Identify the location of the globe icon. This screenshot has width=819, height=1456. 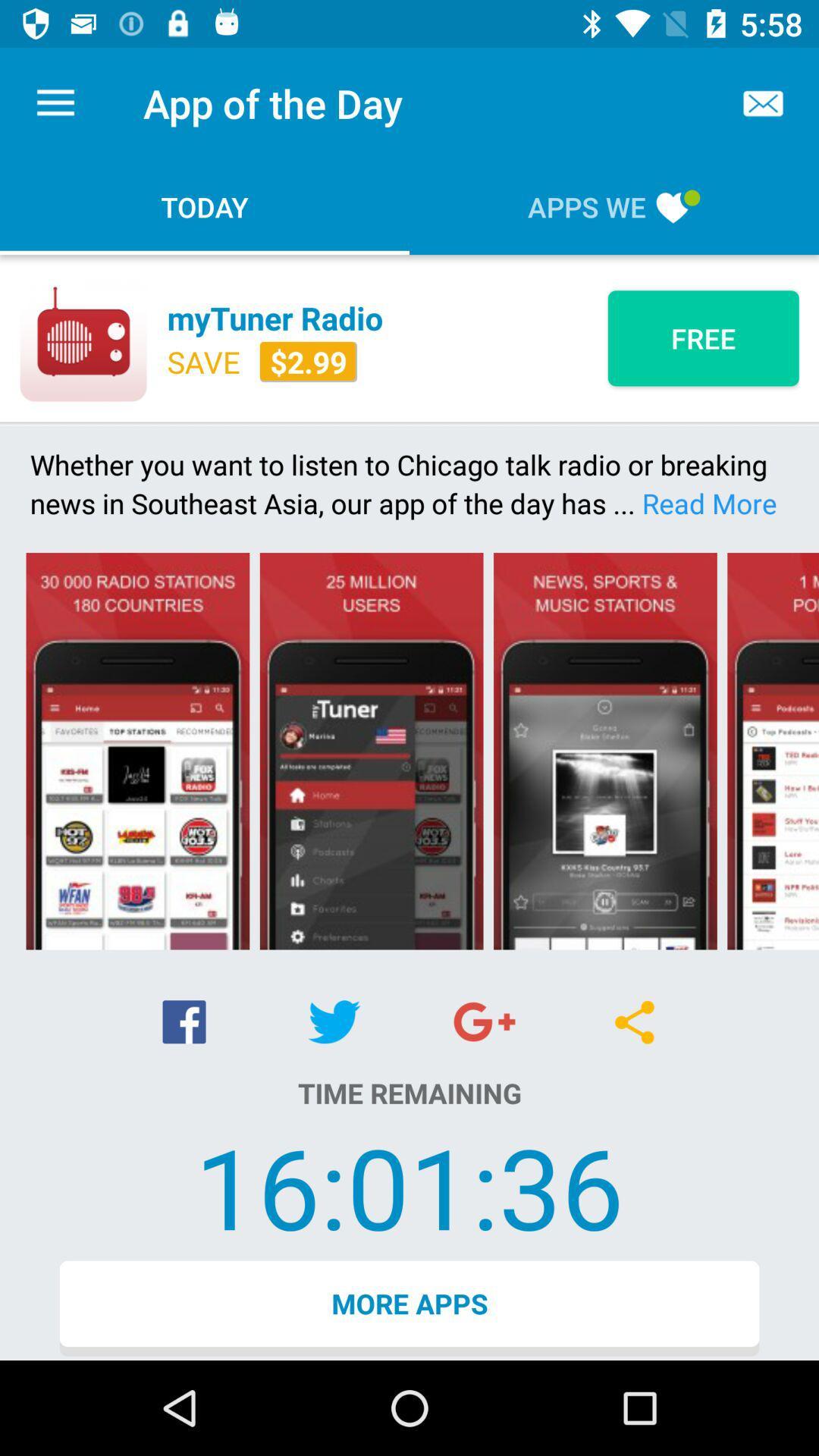
(485, 1021).